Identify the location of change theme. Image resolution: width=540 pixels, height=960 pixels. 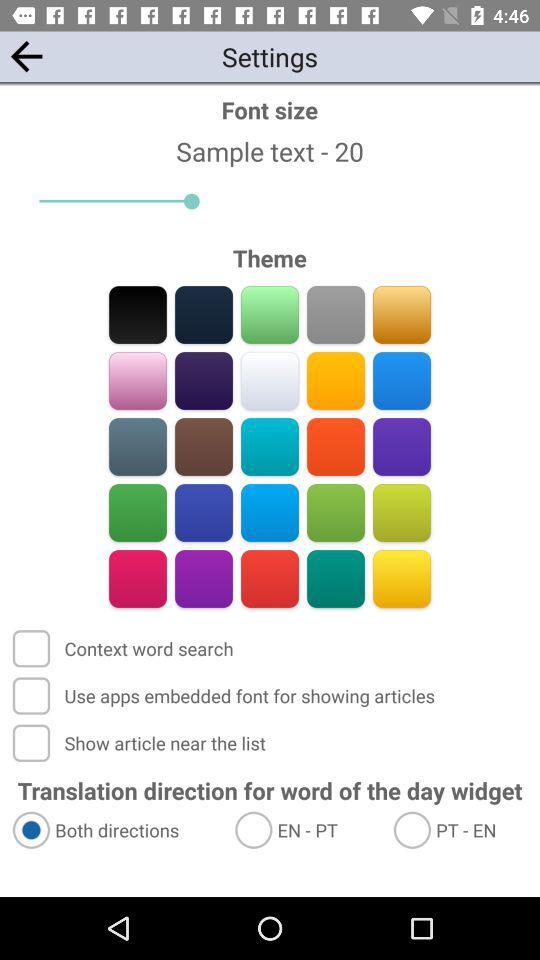
(335, 446).